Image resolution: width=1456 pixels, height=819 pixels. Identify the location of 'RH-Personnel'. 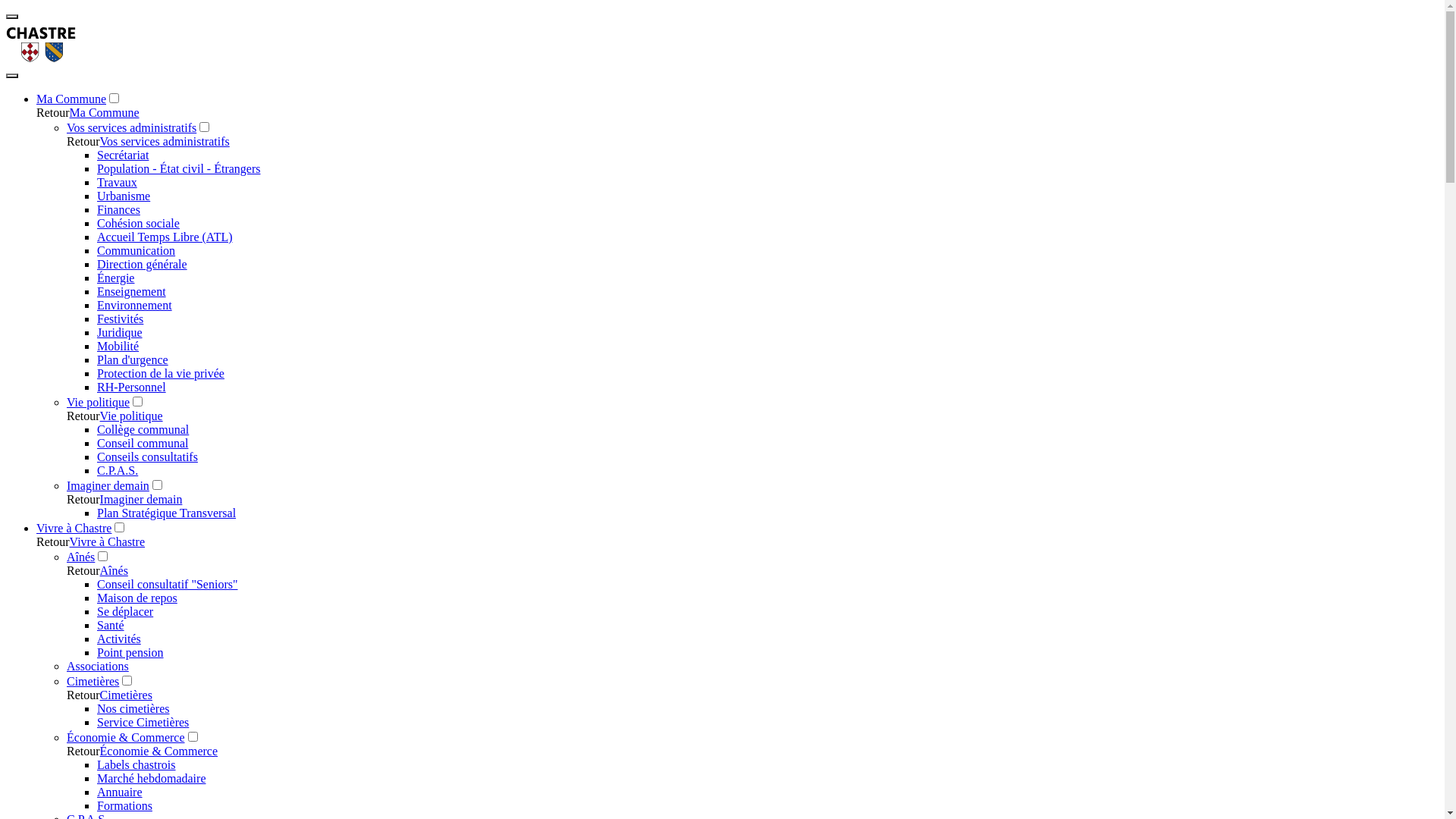
(131, 386).